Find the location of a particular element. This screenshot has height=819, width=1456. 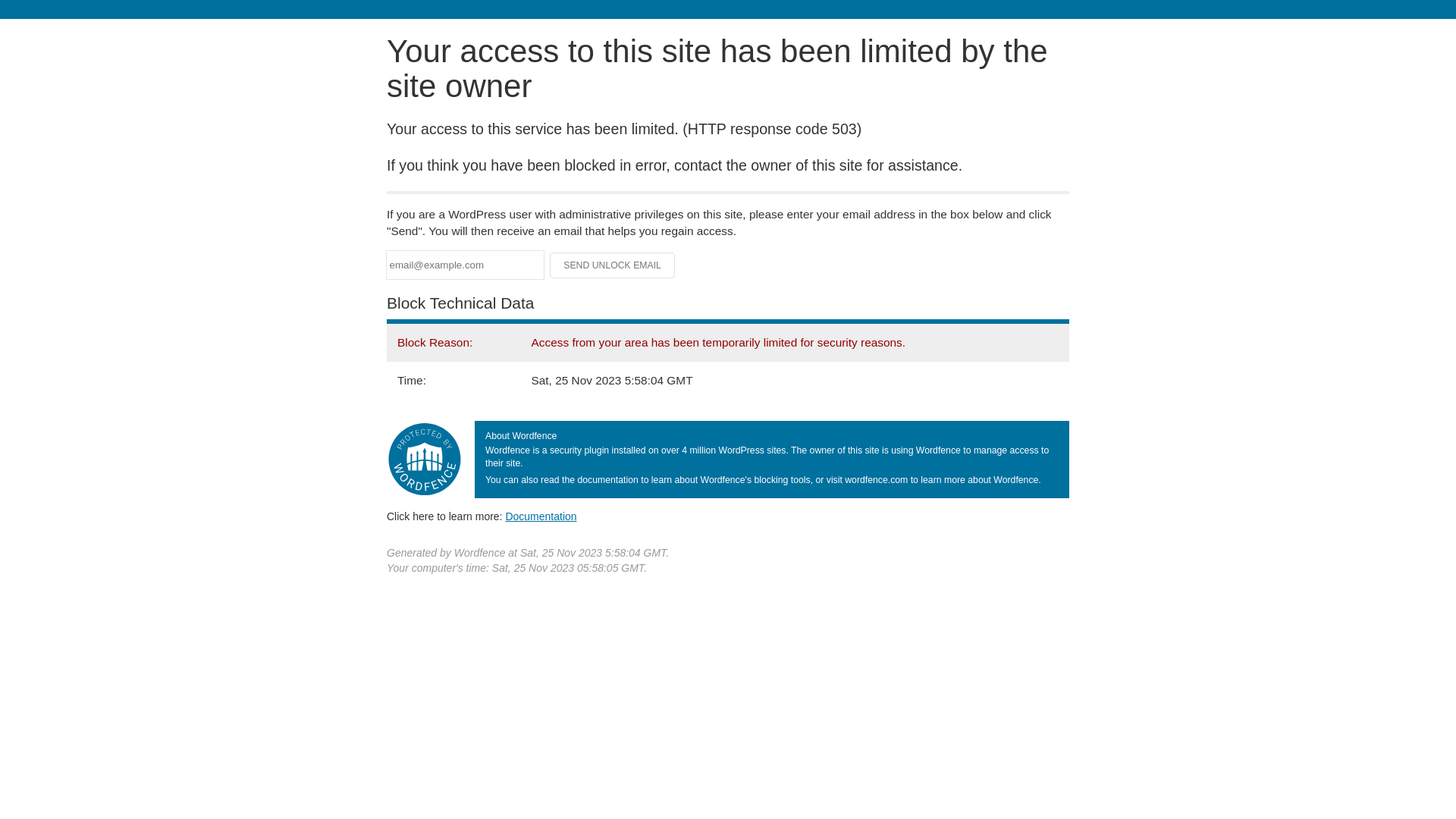

'Documentation' is located at coordinates (541, 516).